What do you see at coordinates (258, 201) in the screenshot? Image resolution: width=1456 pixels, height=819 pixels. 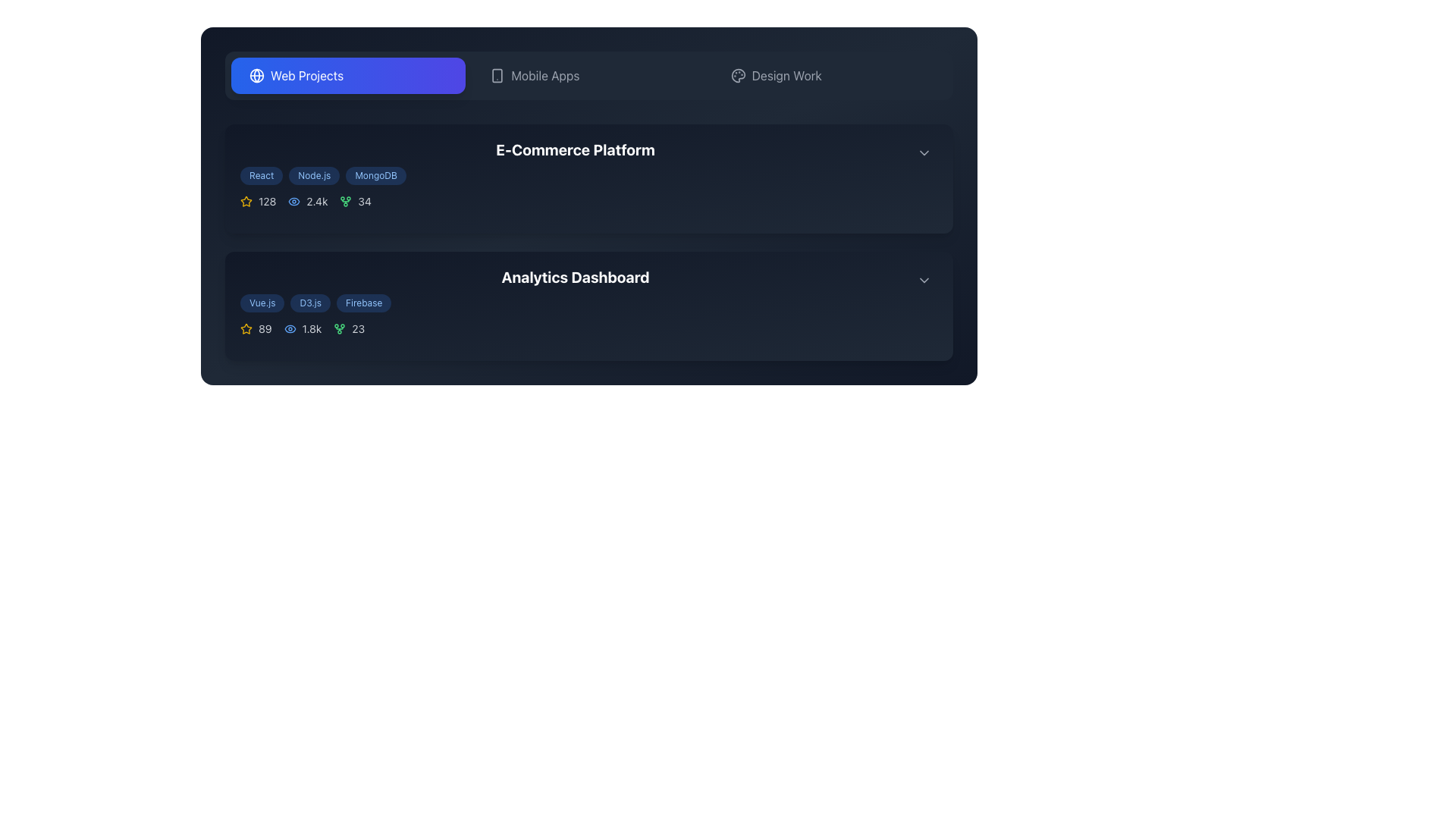 I see `value from the Text label displaying the number '128', which is styled in gray and positioned next to a yellow star icon in the upper left section of the statistical data grouping` at bounding box center [258, 201].